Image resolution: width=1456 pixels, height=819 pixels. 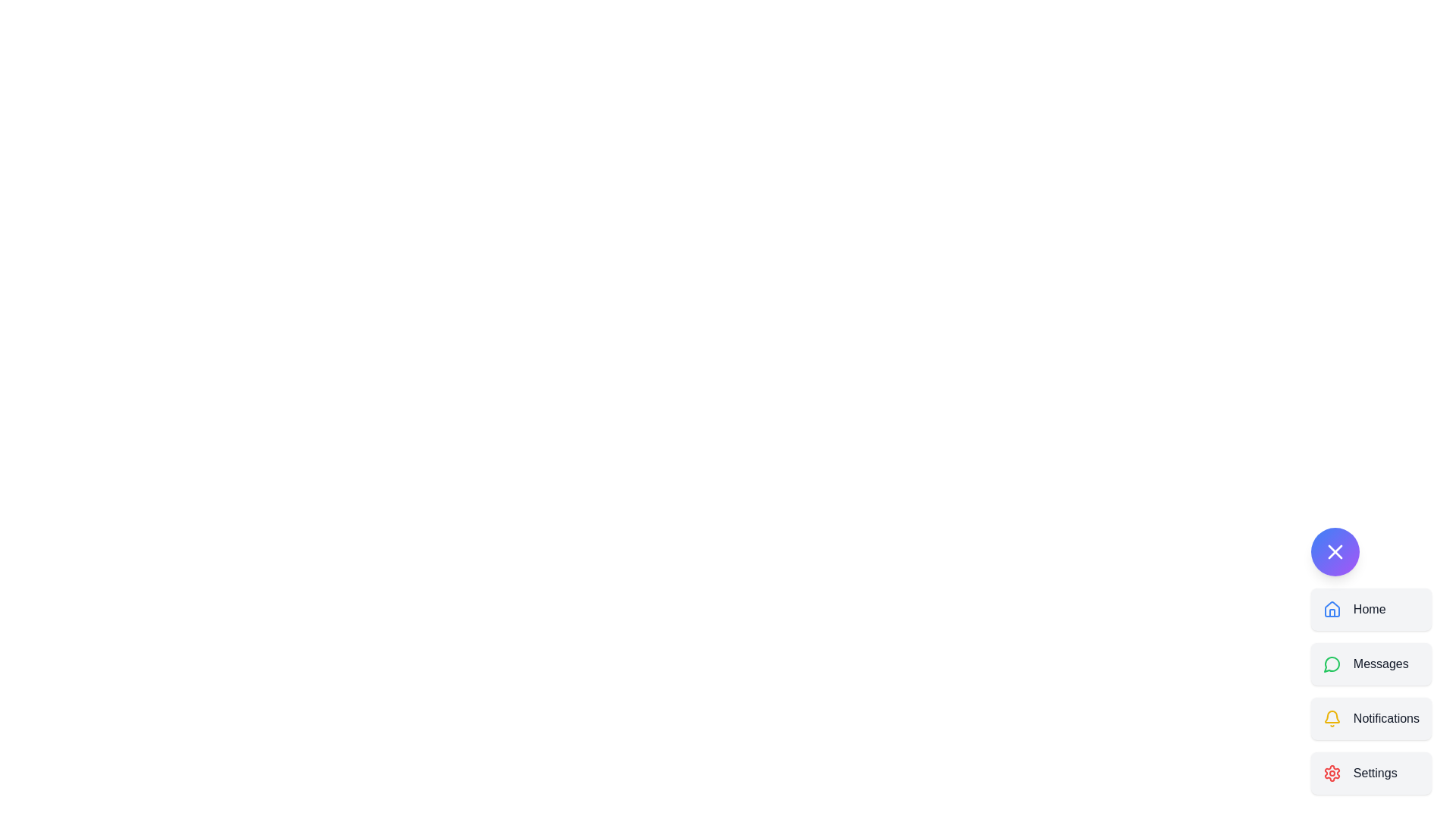 I want to click on the gear icon located on the left side of the 'Settings' list item at the bottom of the vertical menu, so click(x=1331, y=773).